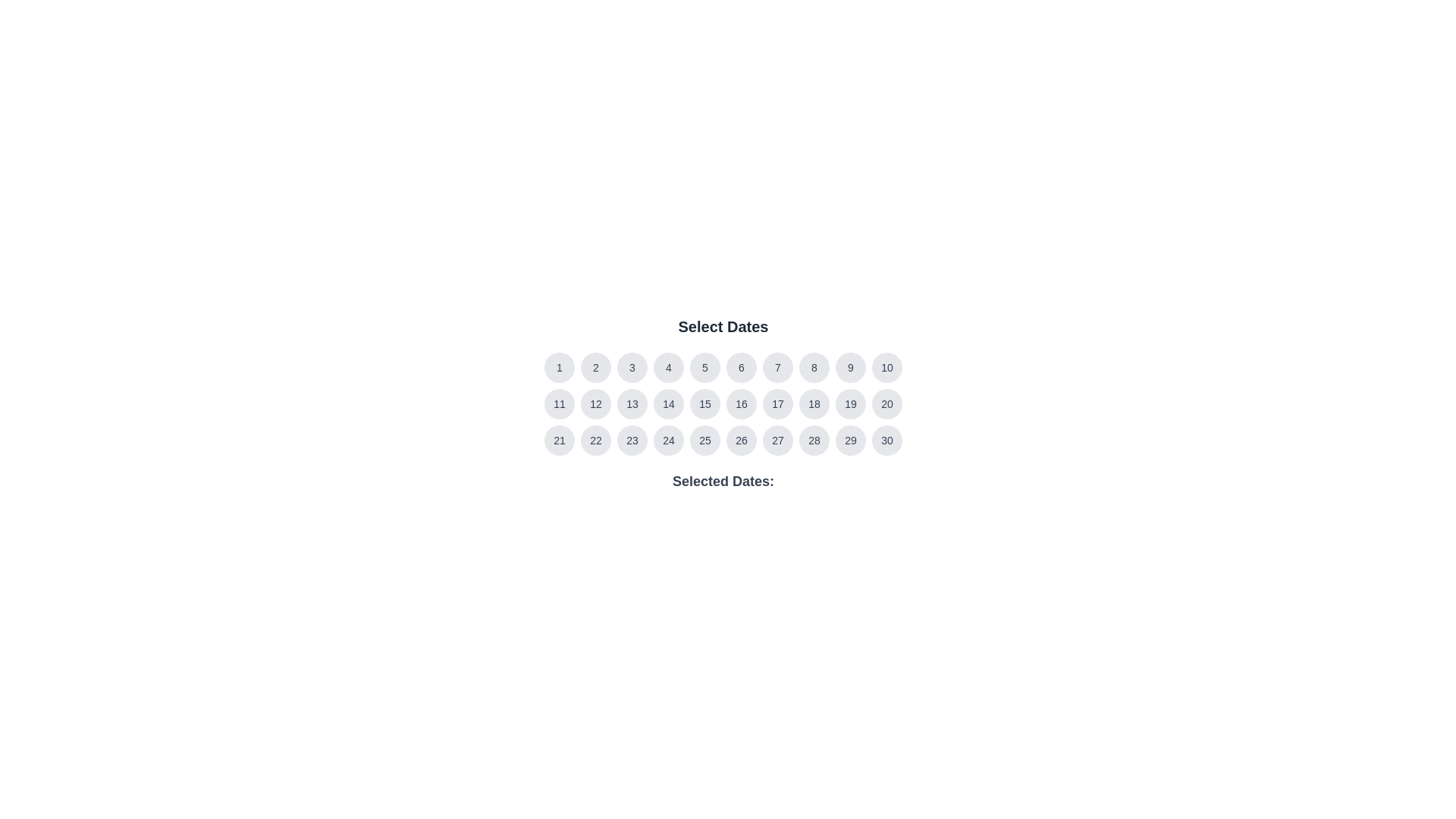 This screenshot has height=819, width=1456. I want to click on the Interactive calendar date selection grid to read the arrangement of days visually, so click(723, 403).